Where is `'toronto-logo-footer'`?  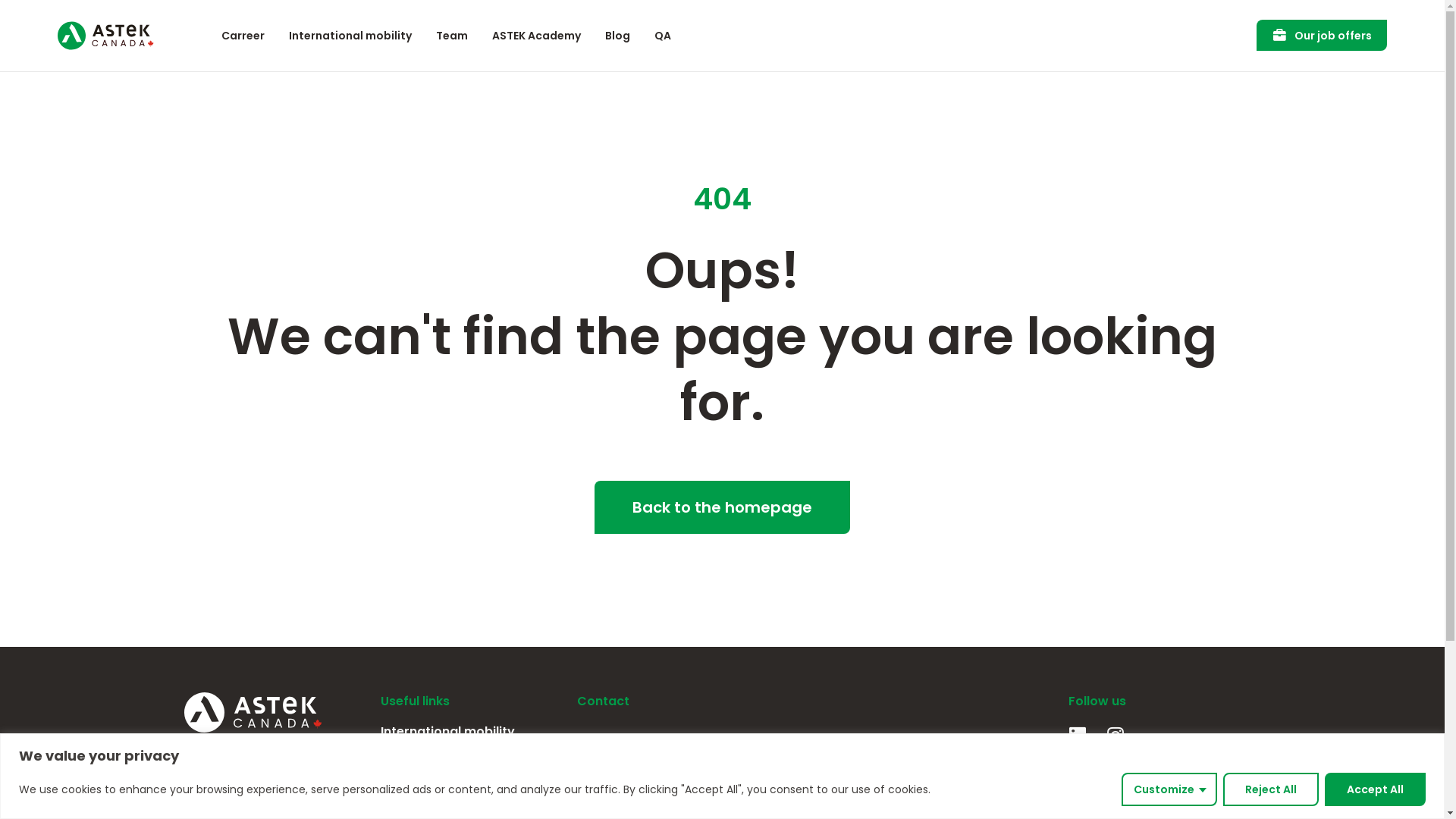
'toronto-logo-footer' is located at coordinates (821, 748).